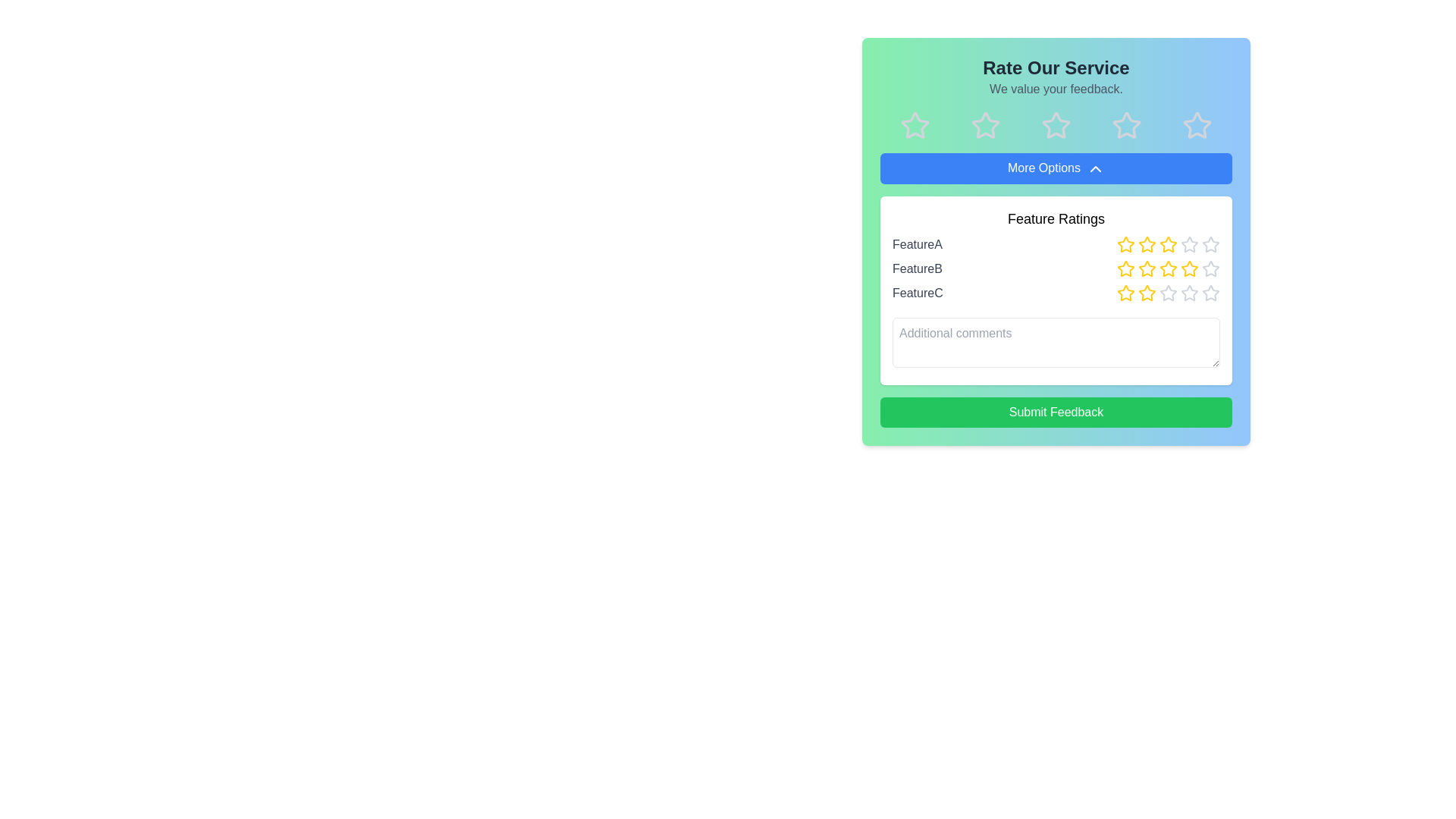 The image size is (1456, 819). What do you see at coordinates (1147, 292) in the screenshot?
I see `the third star icon in the rating section for 'FeatureC'` at bounding box center [1147, 292].